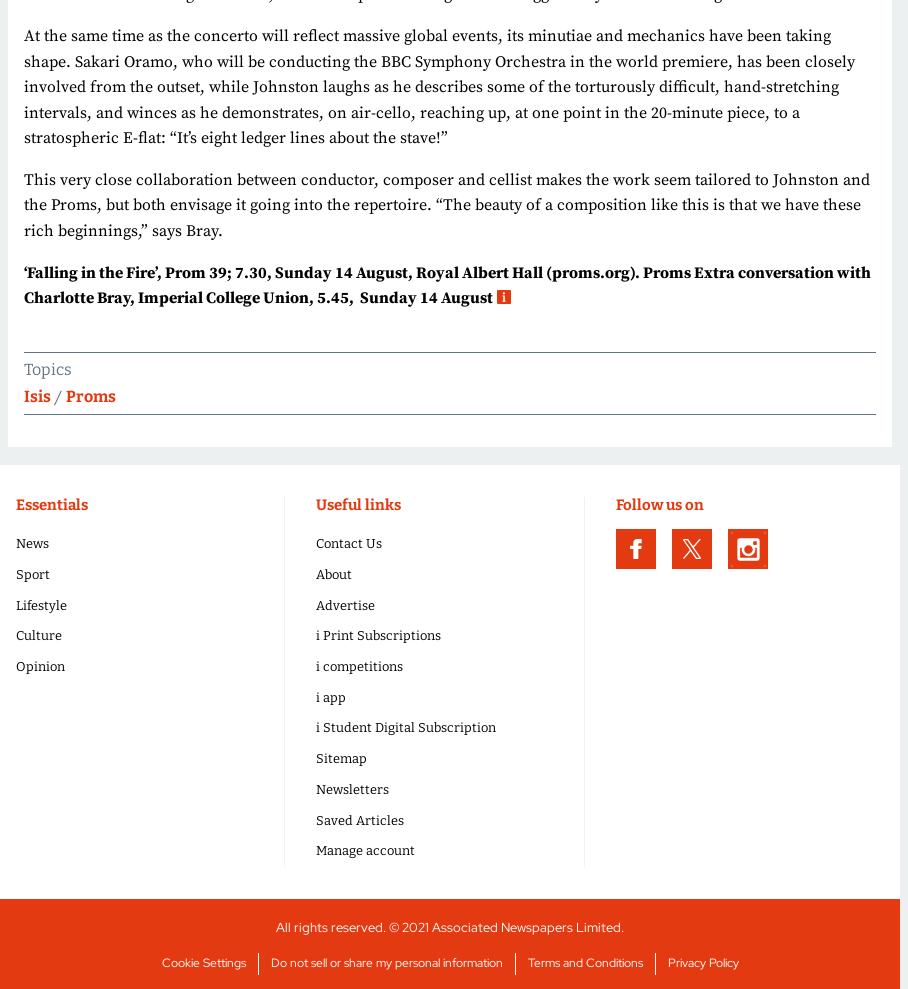 This screenshot has height=989, width=908. What do you see at coordinates (660, 504) in the screenshot?
I see `'Follow us on'` at bounding box center [660, 504].